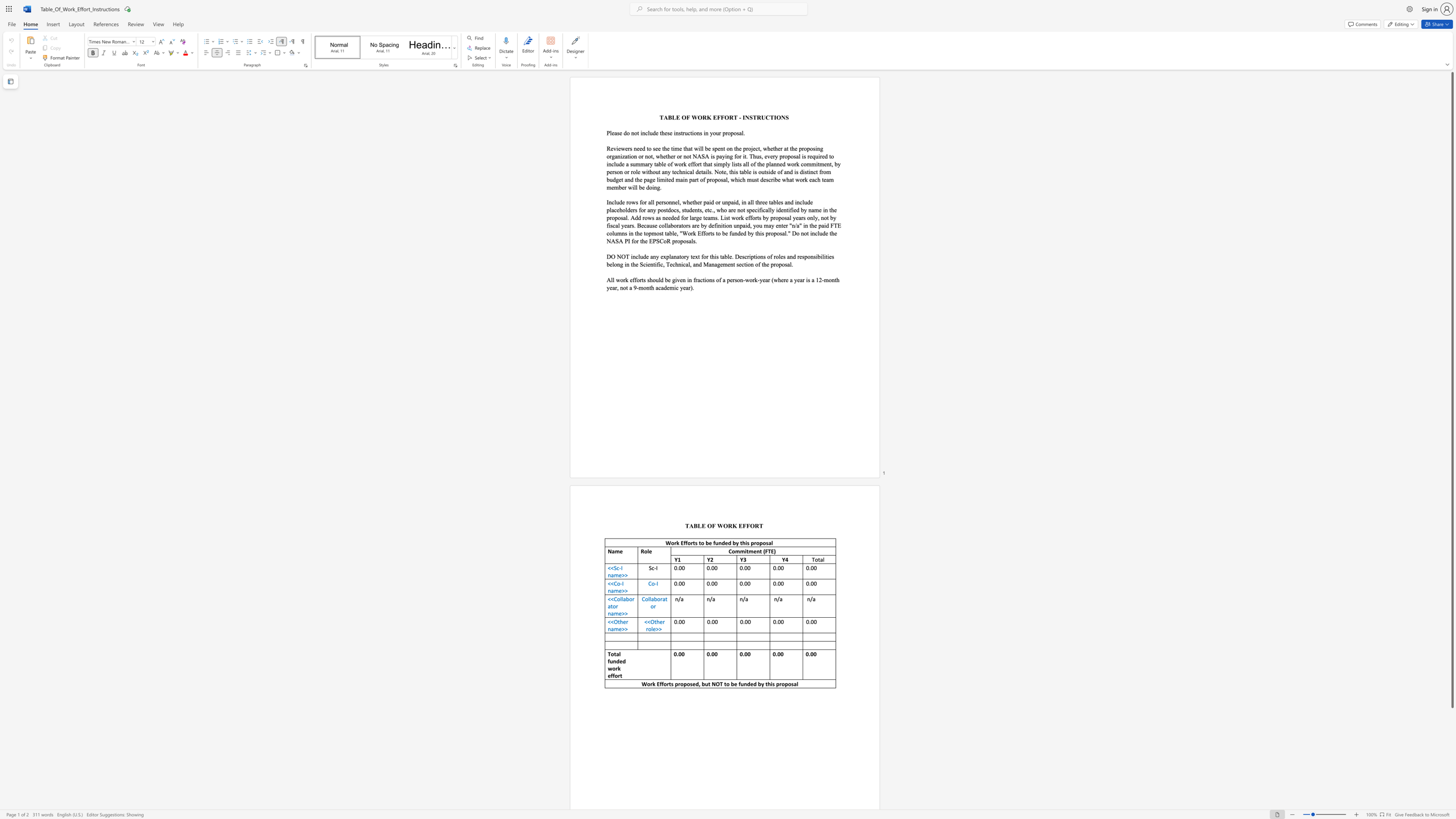  What do you see at coordinates (1451, 762) in the screenshot?
I see `the scrollbar to move the page downward` at bounding box center [1451, 762].